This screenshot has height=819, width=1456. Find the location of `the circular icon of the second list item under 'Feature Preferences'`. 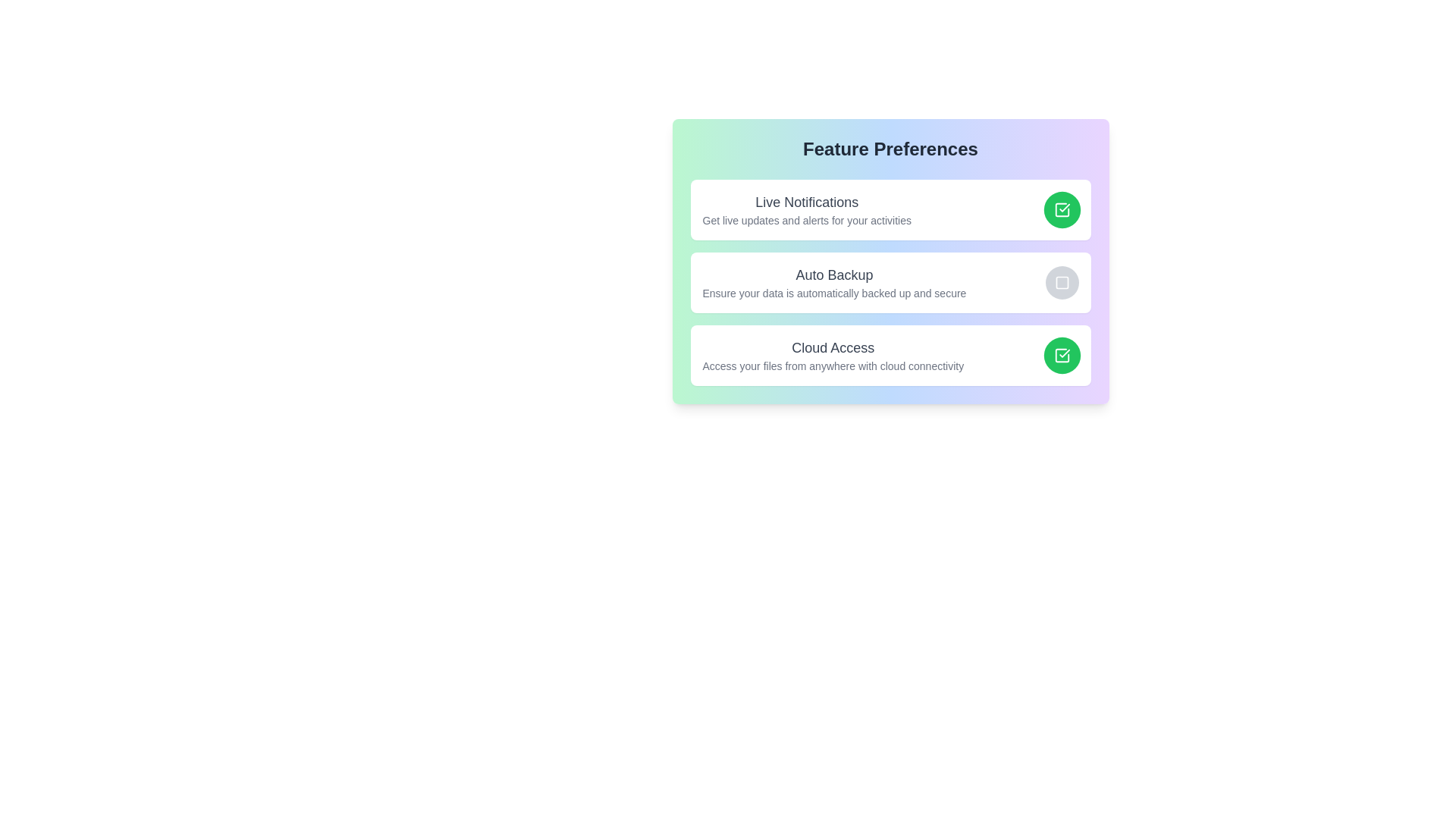

the circular icon of the second list item under 'Feature Preferences' is located at coordinates (890, 283).